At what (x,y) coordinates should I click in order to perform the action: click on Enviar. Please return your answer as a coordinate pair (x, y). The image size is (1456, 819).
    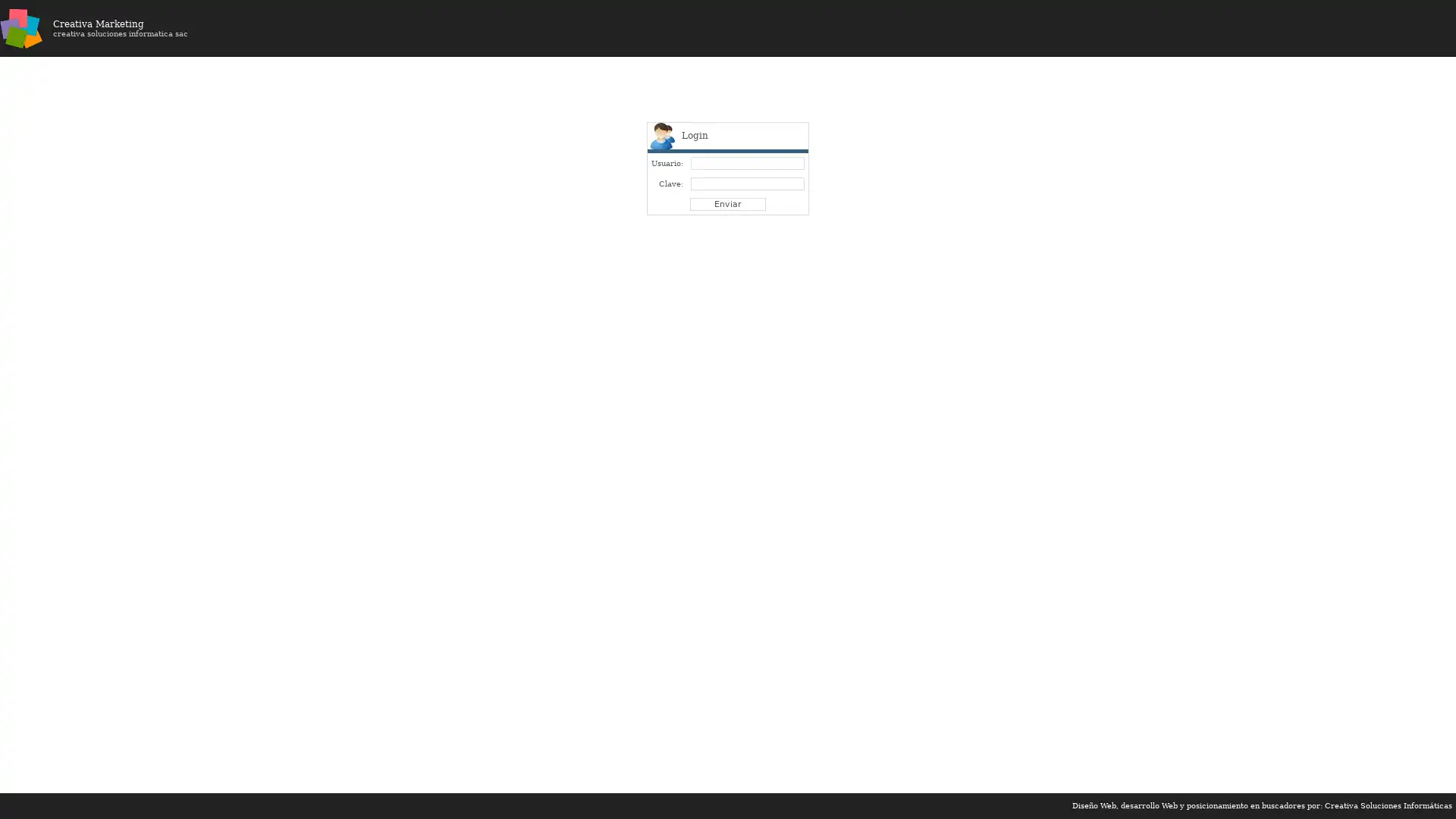
    Looking at the image, I should click on (728, 203).